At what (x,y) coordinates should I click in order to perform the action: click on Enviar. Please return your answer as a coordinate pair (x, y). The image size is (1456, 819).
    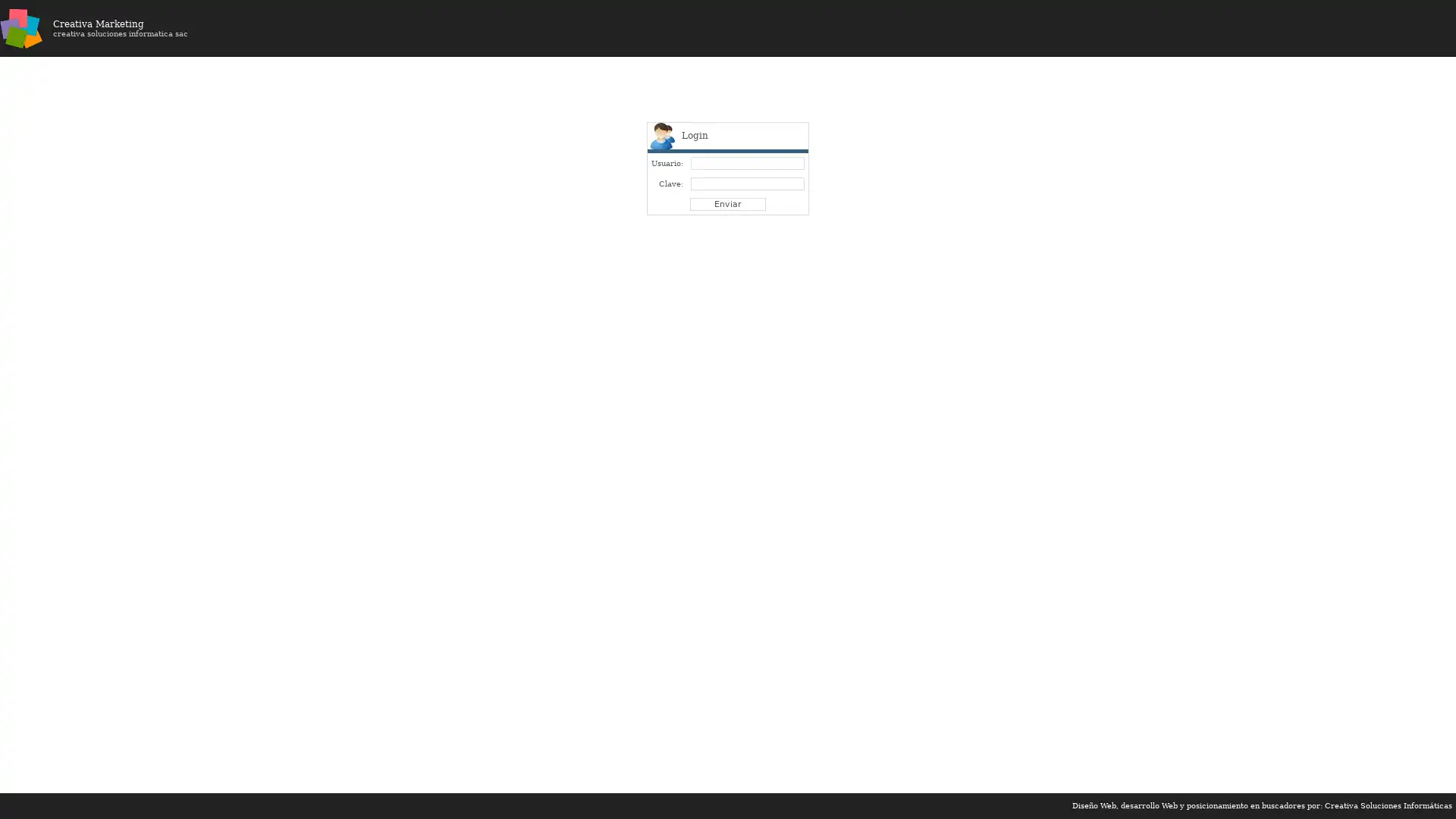
    Looking at the image, I should click on (728, 203).